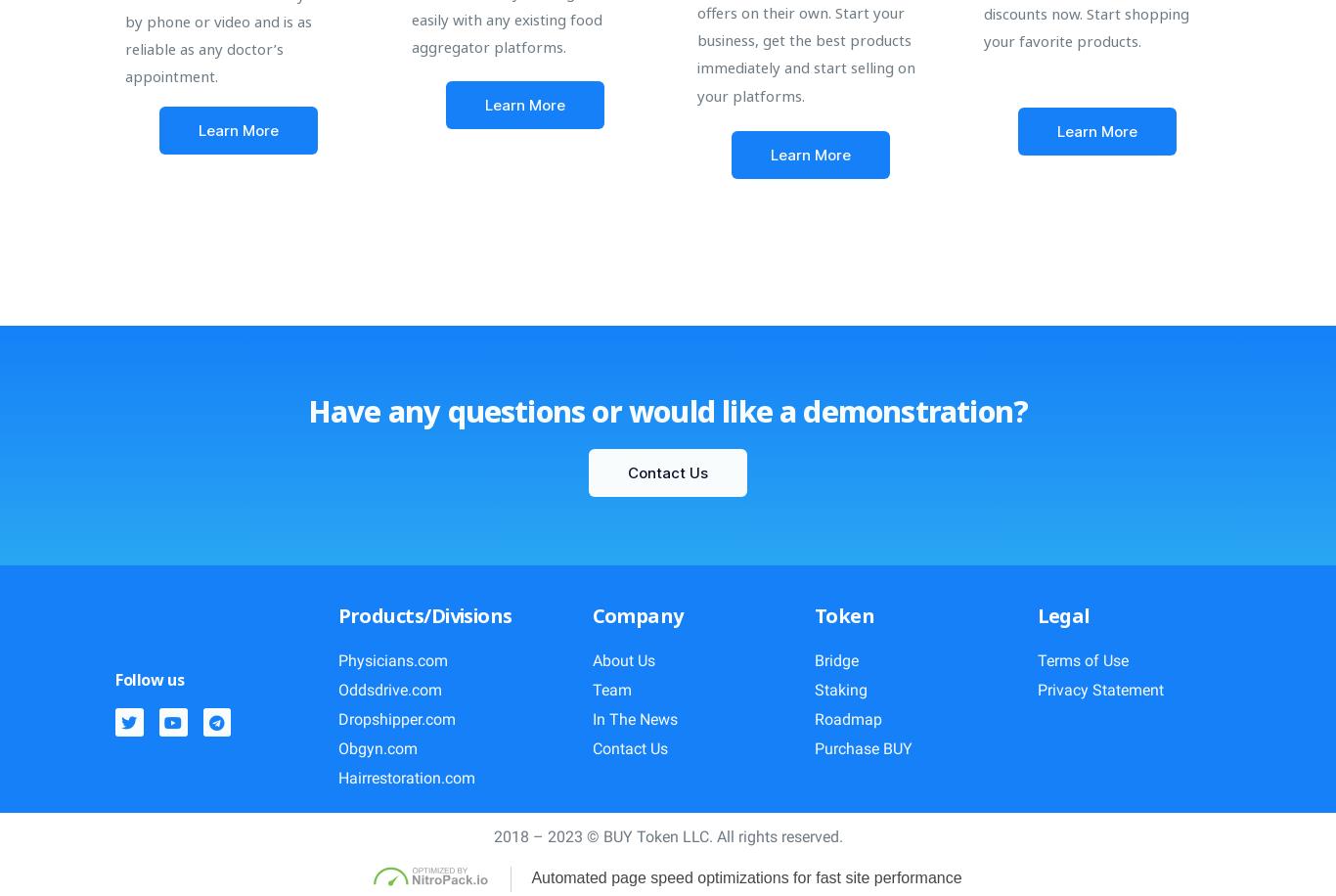  What do you see at coordinates (404, 777) in the screenshot?
I see `'Hairrestoration.com'` at bounding box center [404, 777].